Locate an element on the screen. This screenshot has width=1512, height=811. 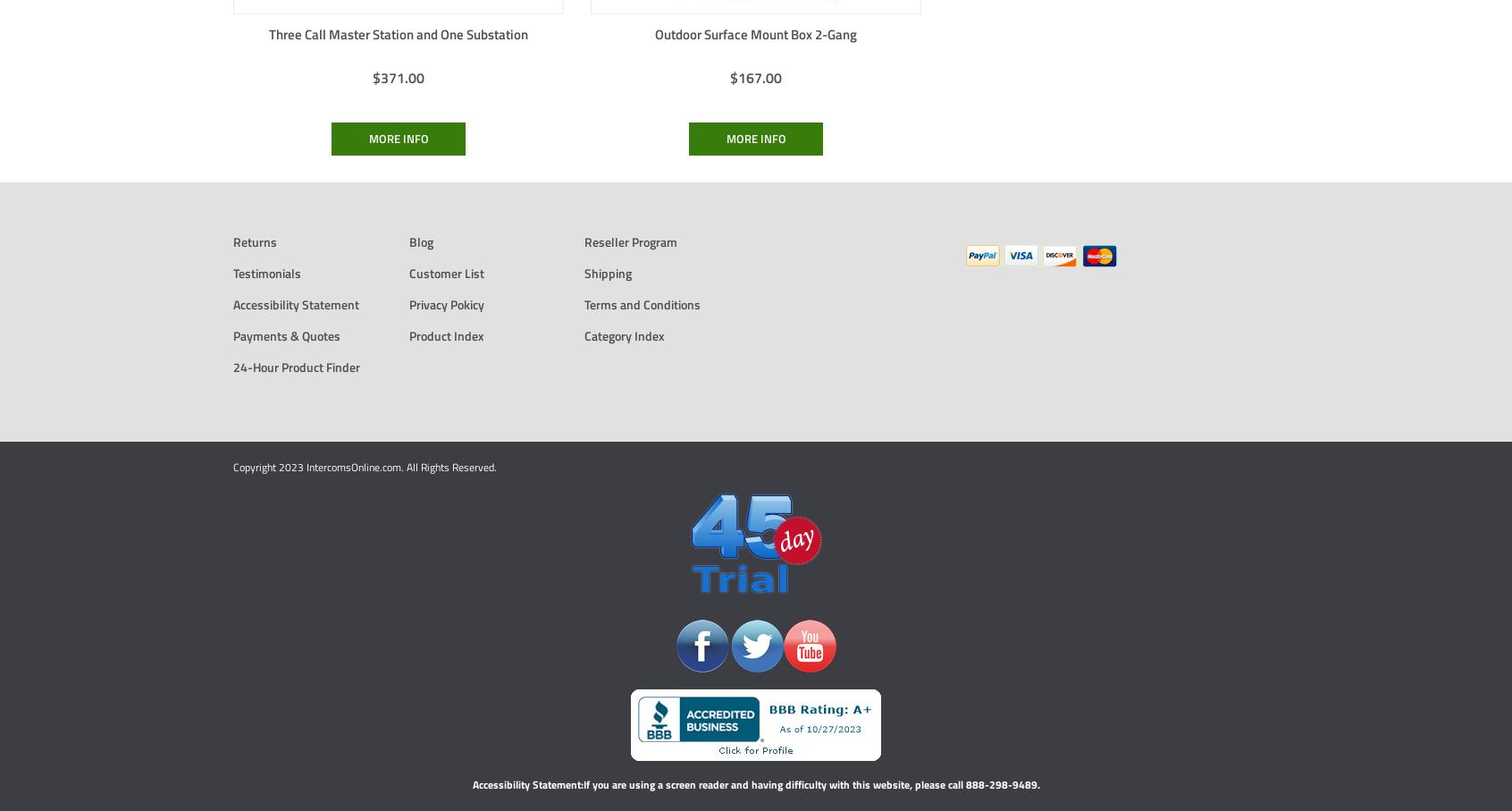
'Shipping' is located at coordinates (608, 272).